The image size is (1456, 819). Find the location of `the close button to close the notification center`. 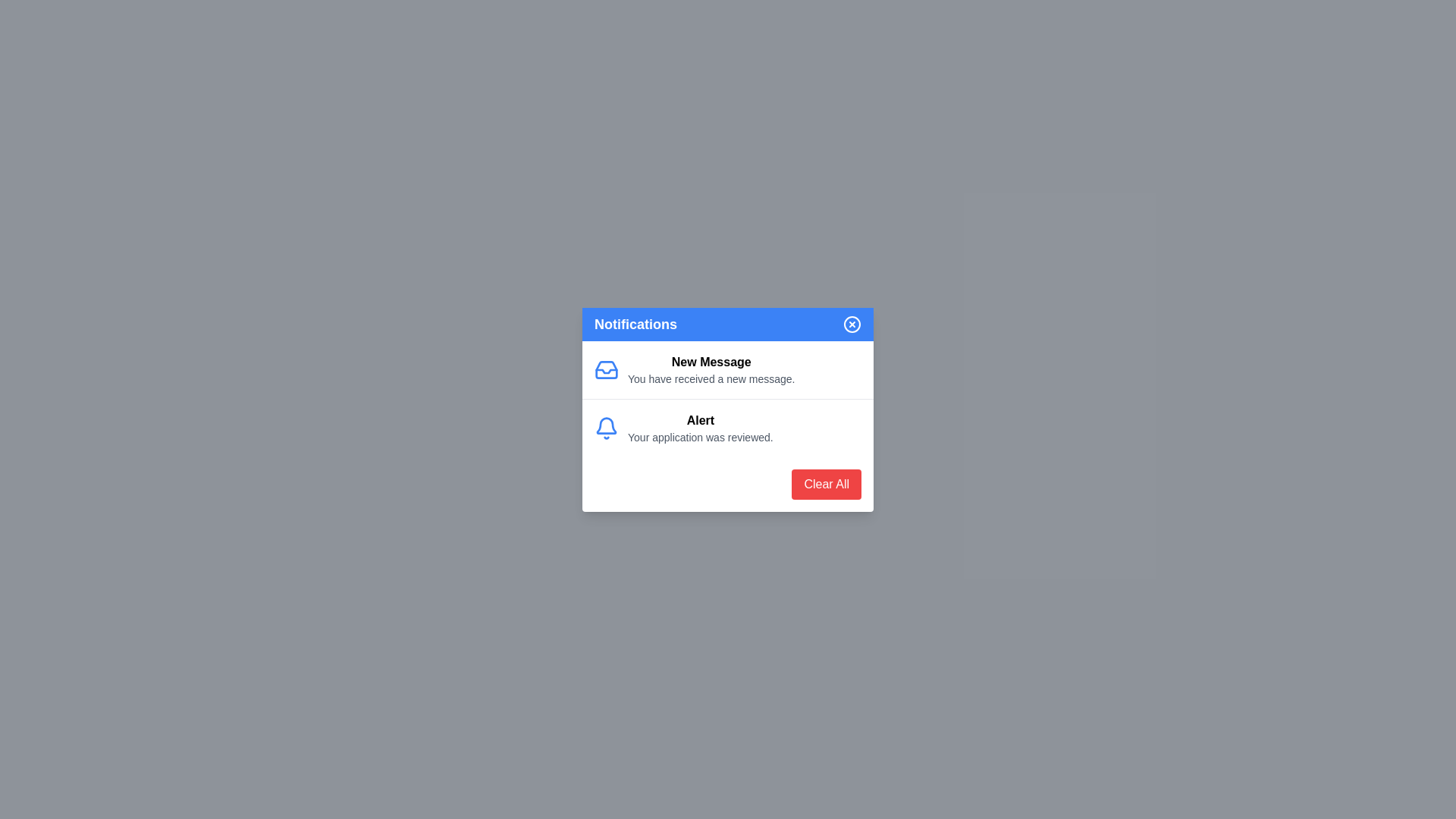

the close button to close the notification center is located at coordinates (852, 323).